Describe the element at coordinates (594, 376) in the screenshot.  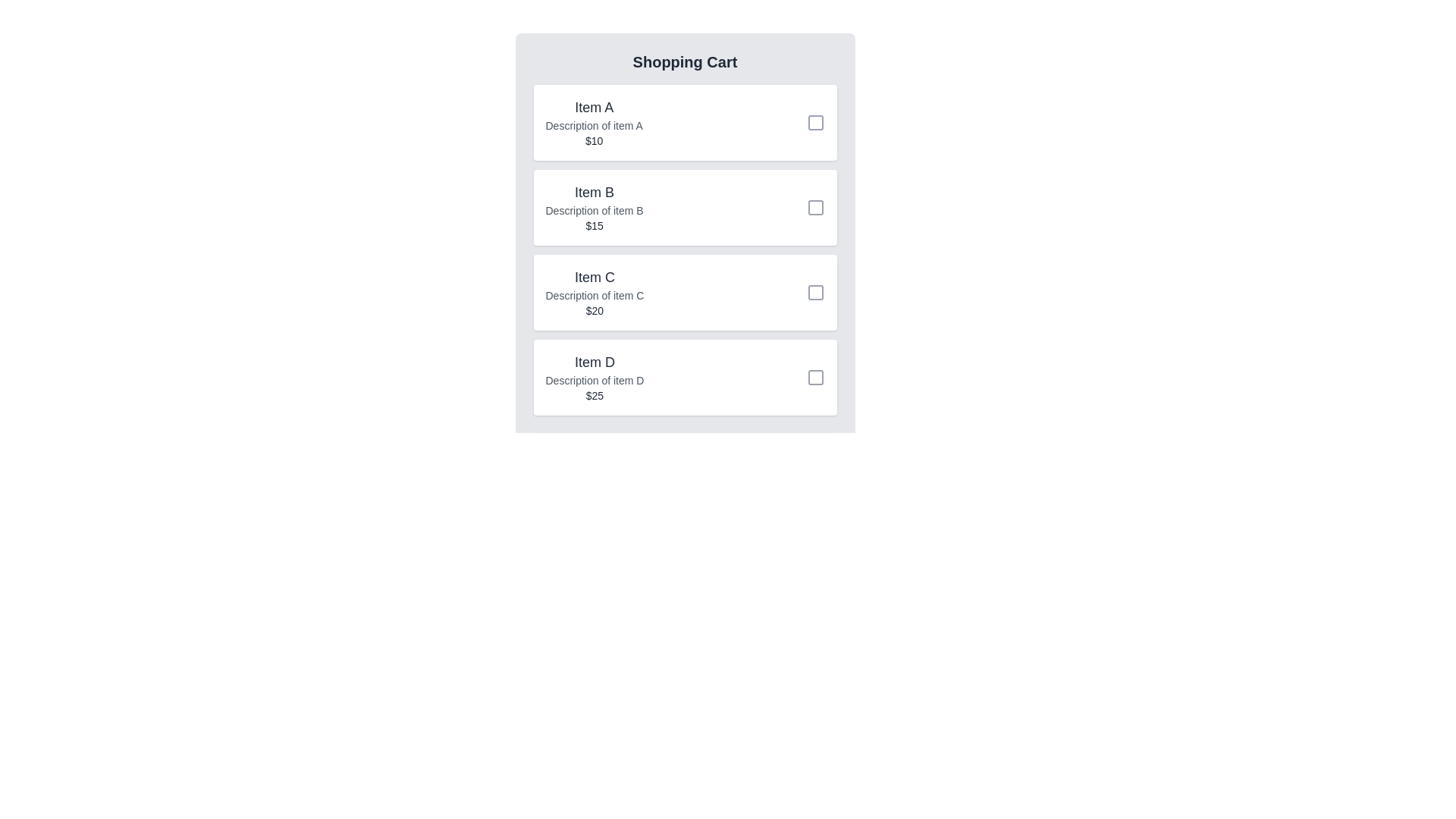
I see `the textual content display element located in the lower section of the fourth card, which provides information about a specific item, positioned below the 'Item C' card` at that location.